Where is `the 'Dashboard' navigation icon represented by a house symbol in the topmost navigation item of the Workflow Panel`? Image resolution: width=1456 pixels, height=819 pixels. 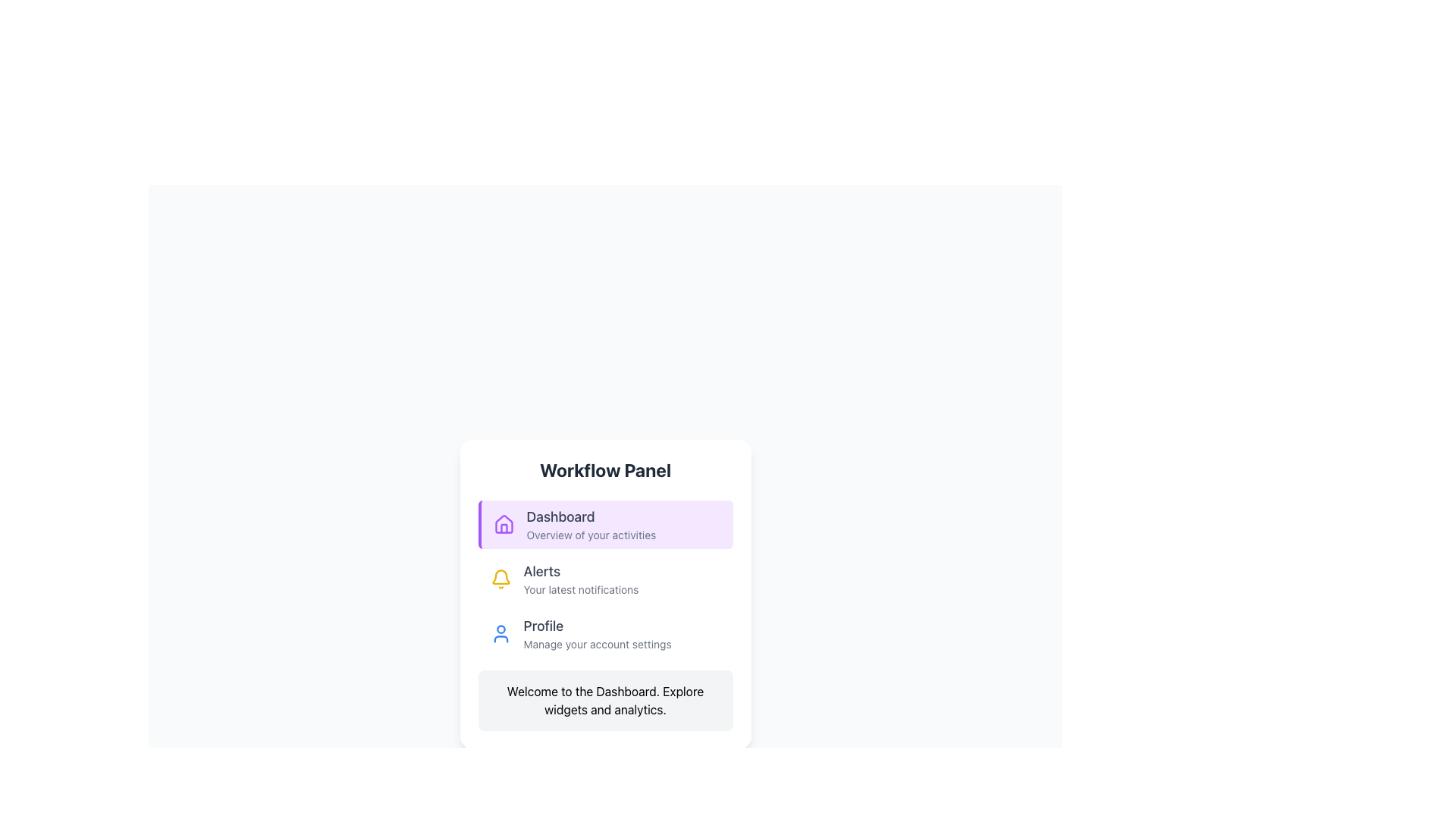 the 'Dashboard' navigation icon represented by a house symbol in the topmost navigation item of the Workflow Panel is located at coordinates (504, 523).